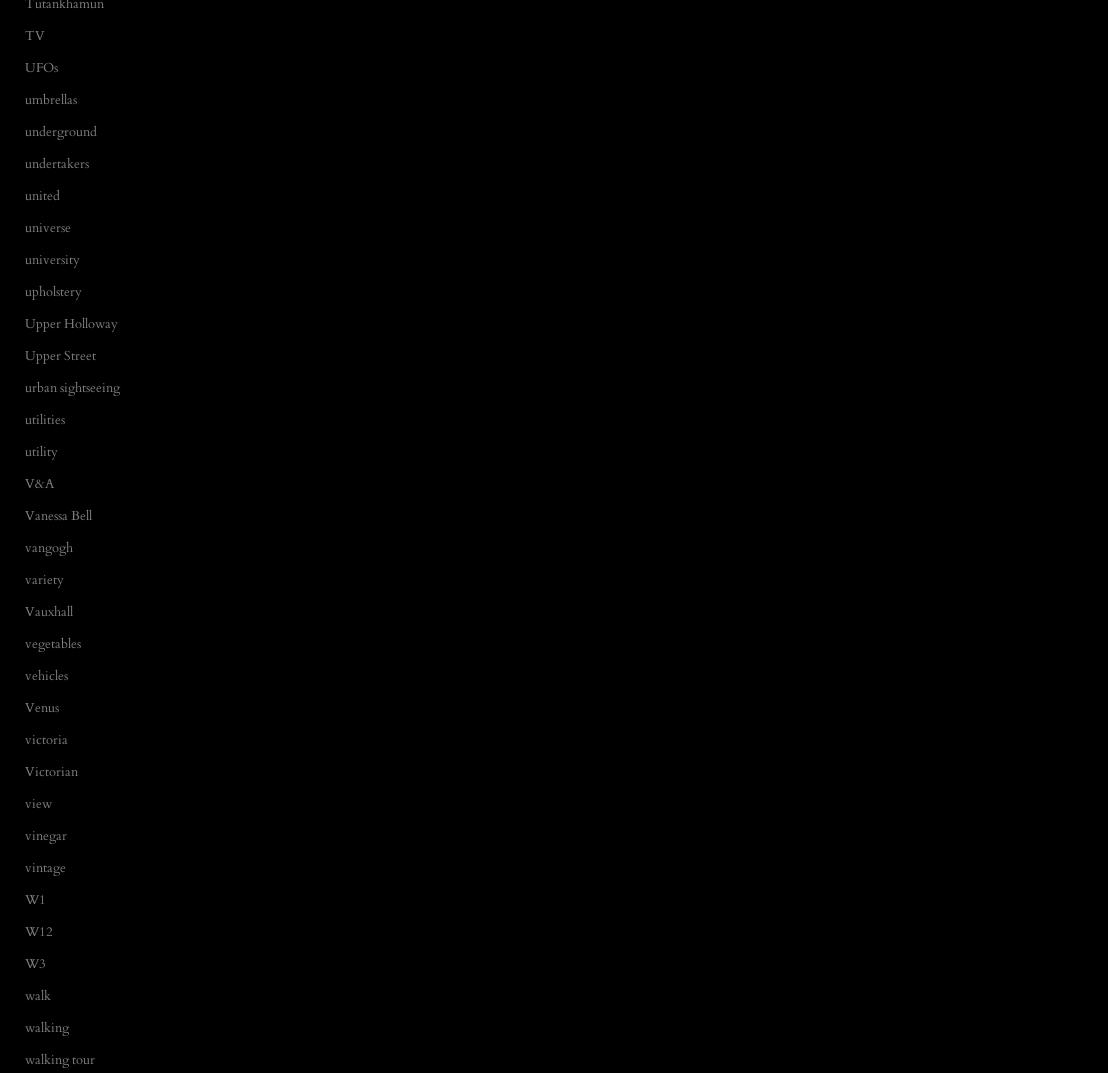  I want to click on 'Upper Holloway', so click(70, 322).